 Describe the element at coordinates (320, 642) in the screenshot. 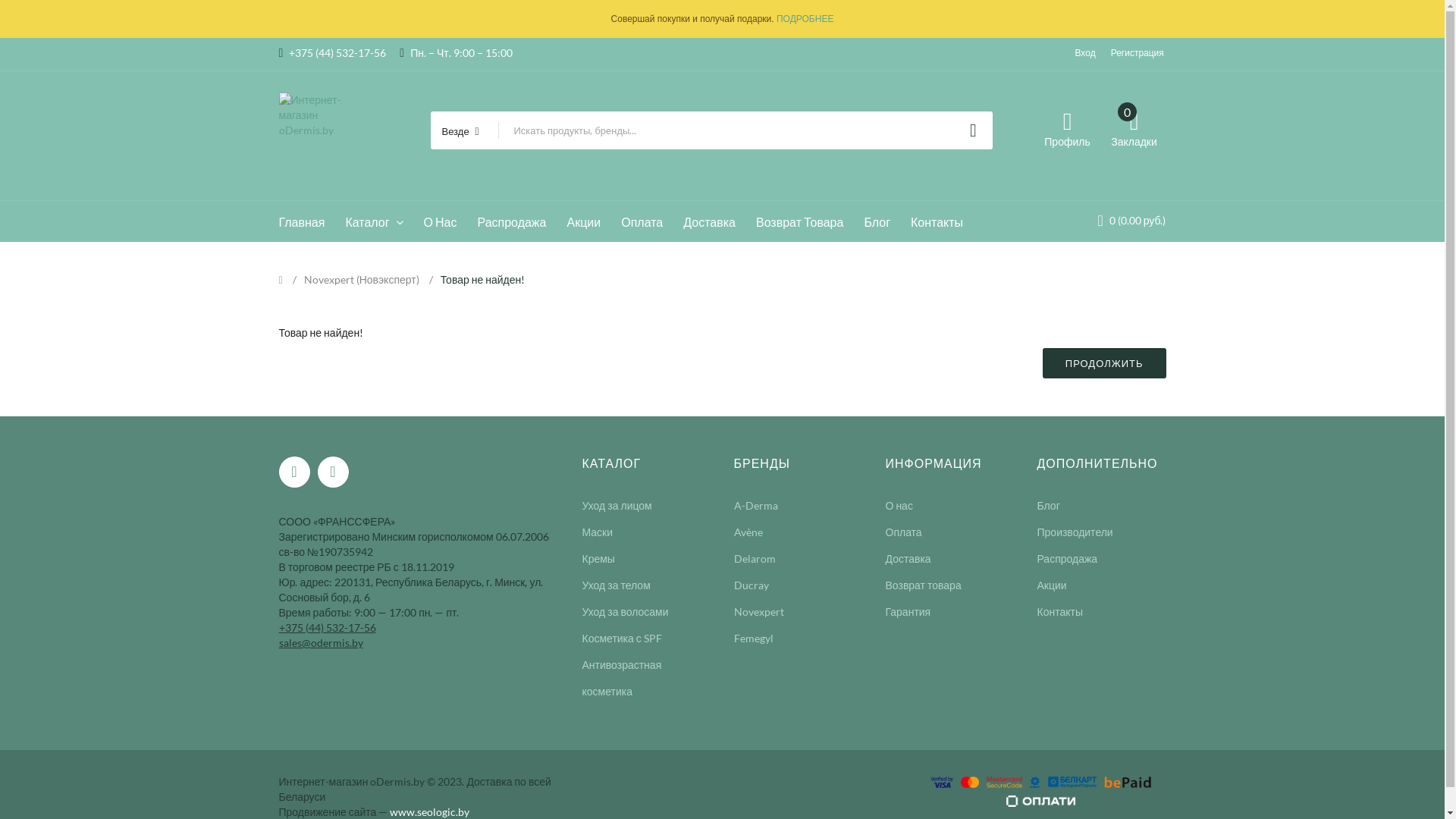

I see `'sales@odermis.by'` at that location.